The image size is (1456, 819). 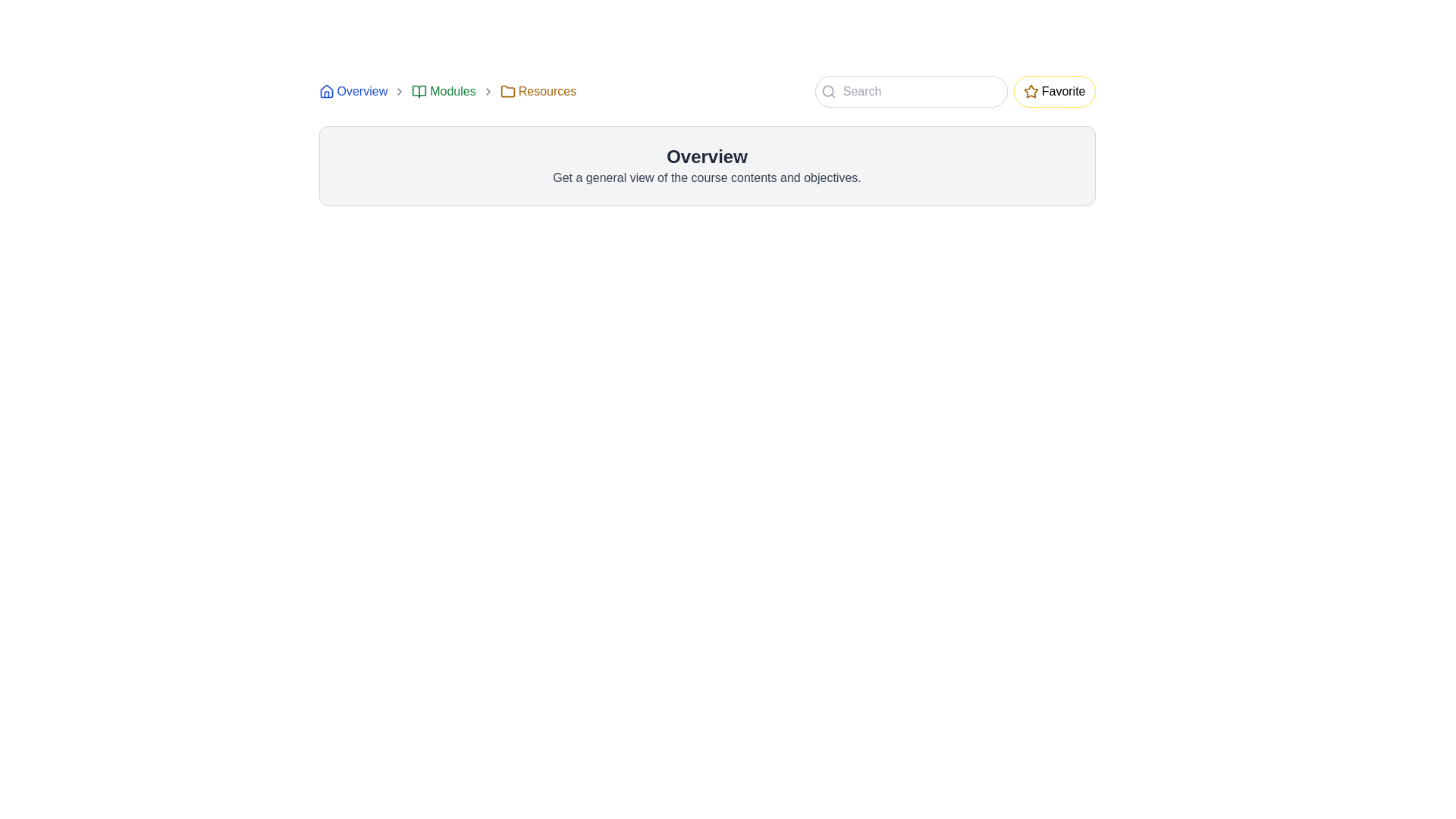 What do you see at coordinates (910, 91) in the screenshot?
I see `the search input field located at the upper right corner of the interface to focus on it for entering search terms` at bounding box center [910, 91].